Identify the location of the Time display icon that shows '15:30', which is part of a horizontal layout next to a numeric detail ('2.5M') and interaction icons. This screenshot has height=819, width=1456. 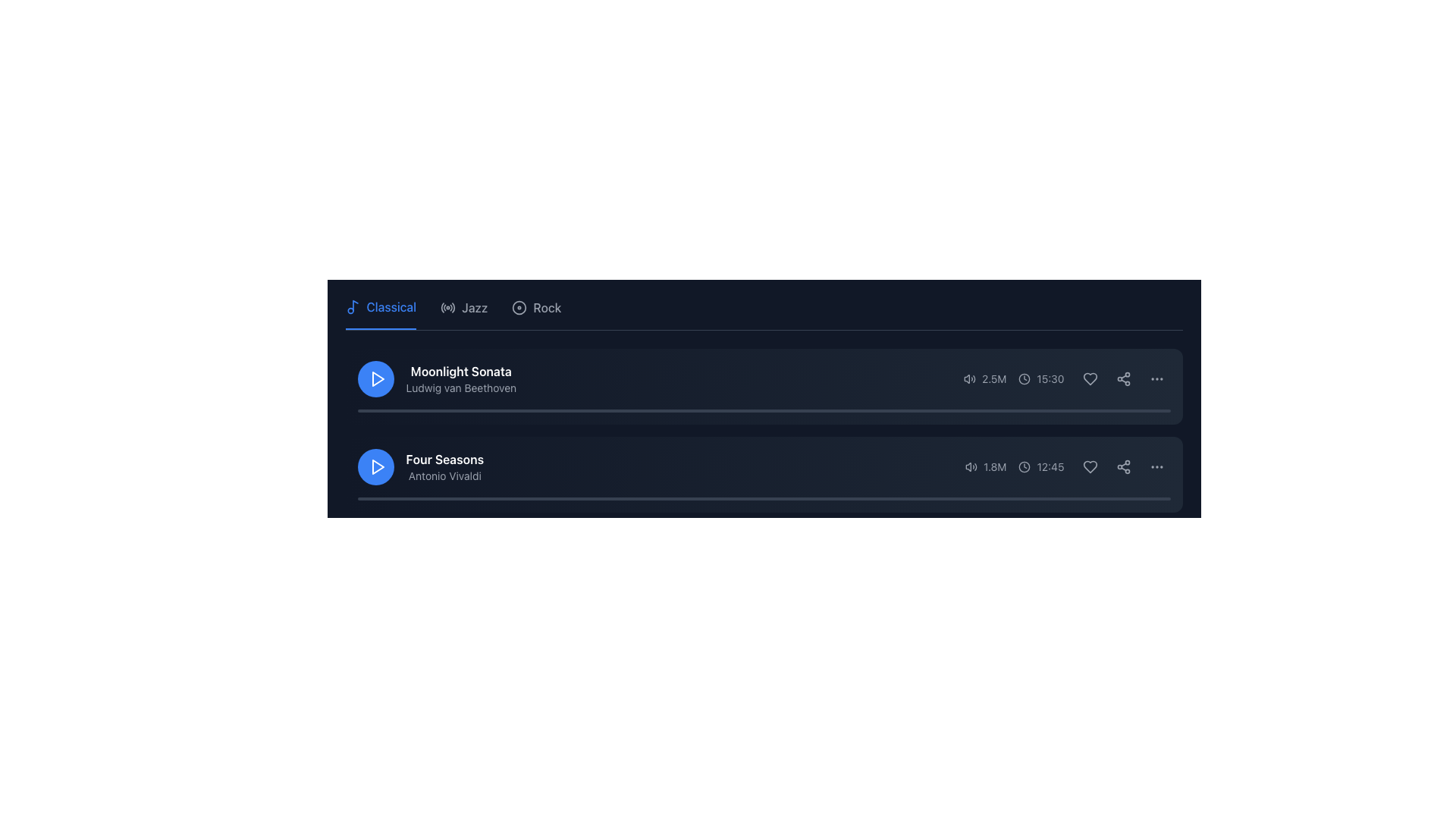
(1040, 378).